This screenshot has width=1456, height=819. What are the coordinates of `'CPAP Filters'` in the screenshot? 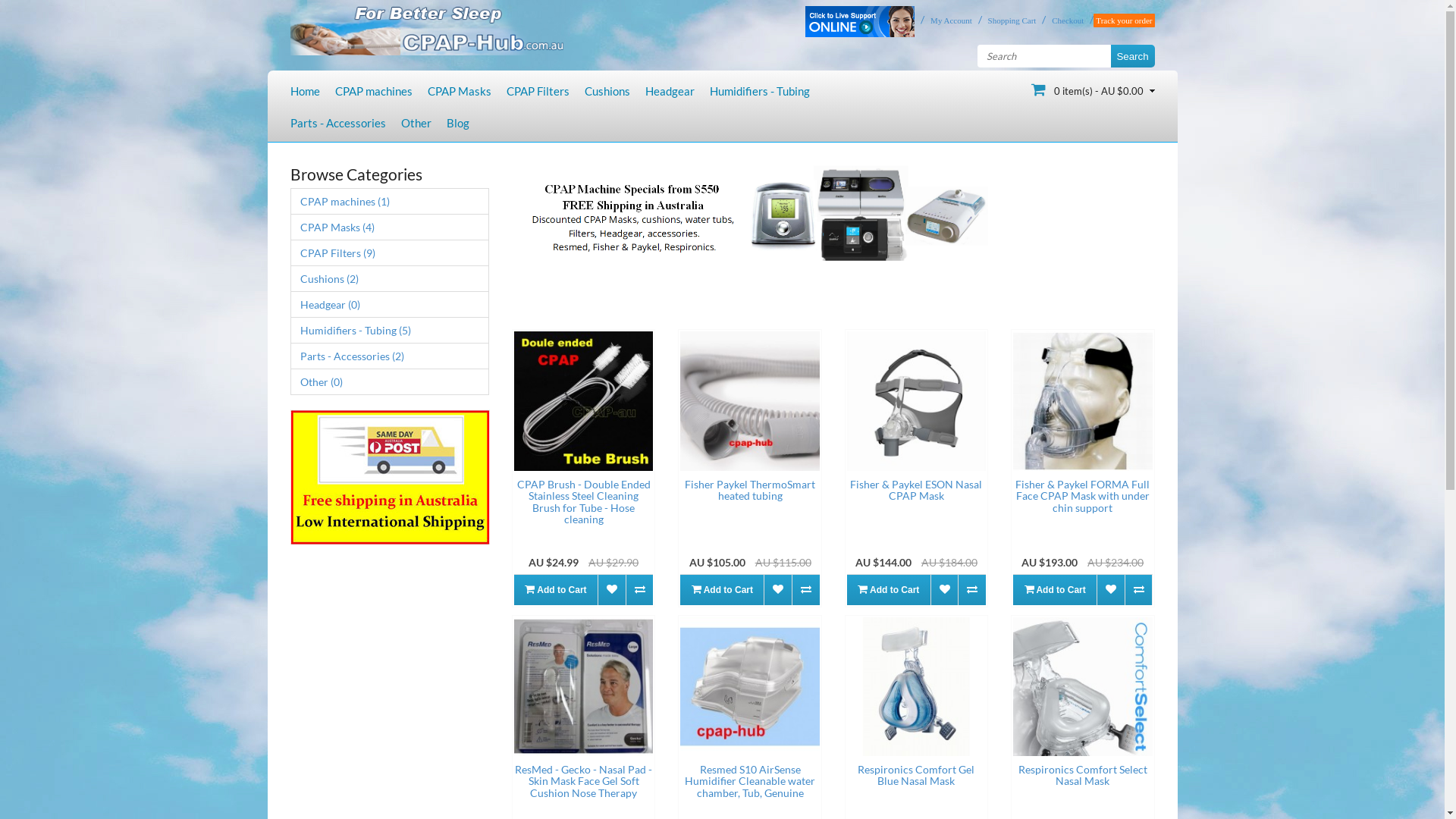 It's located at (538, 90).